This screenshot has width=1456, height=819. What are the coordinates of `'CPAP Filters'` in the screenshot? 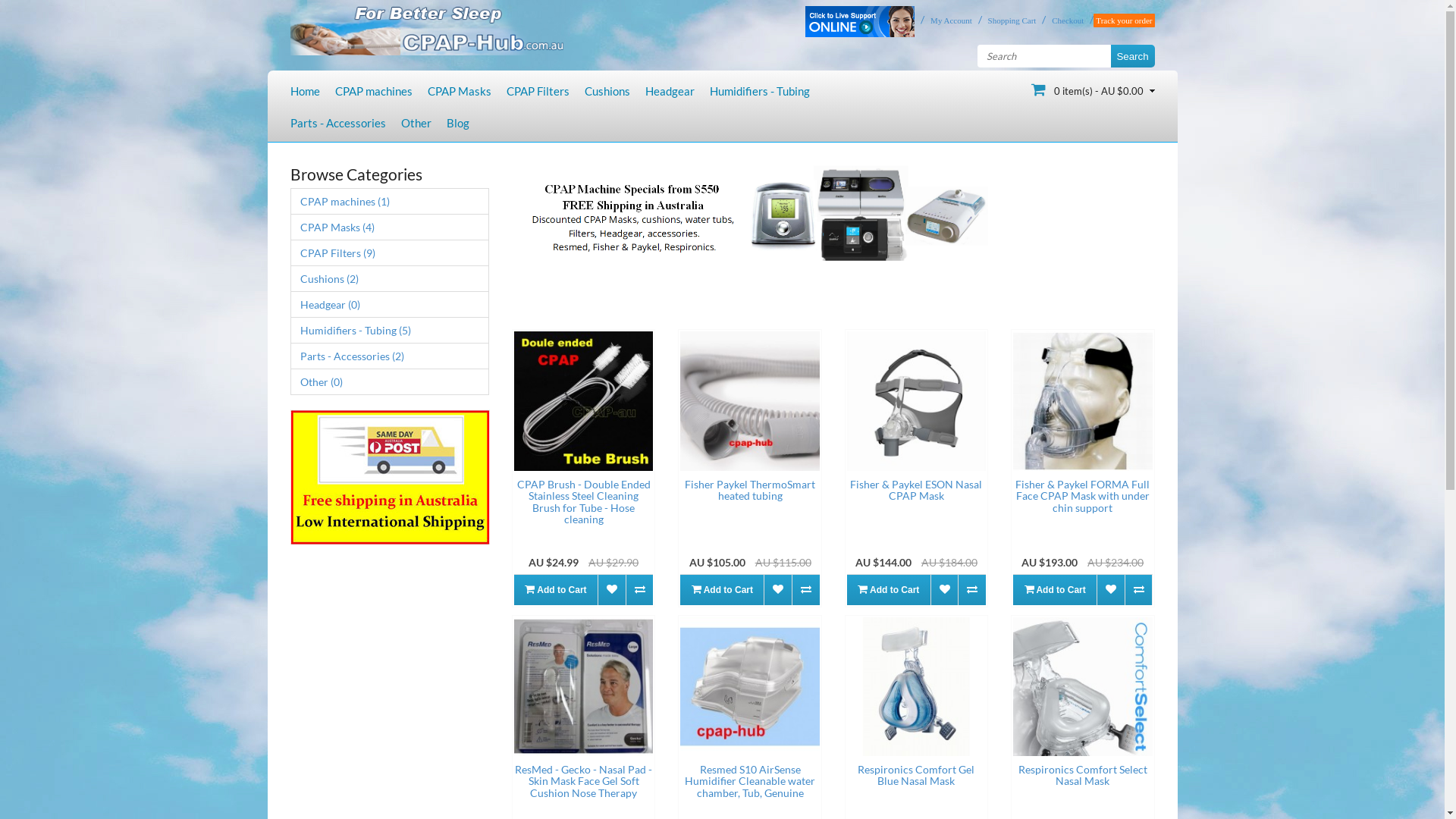 It's located at (538, 90).